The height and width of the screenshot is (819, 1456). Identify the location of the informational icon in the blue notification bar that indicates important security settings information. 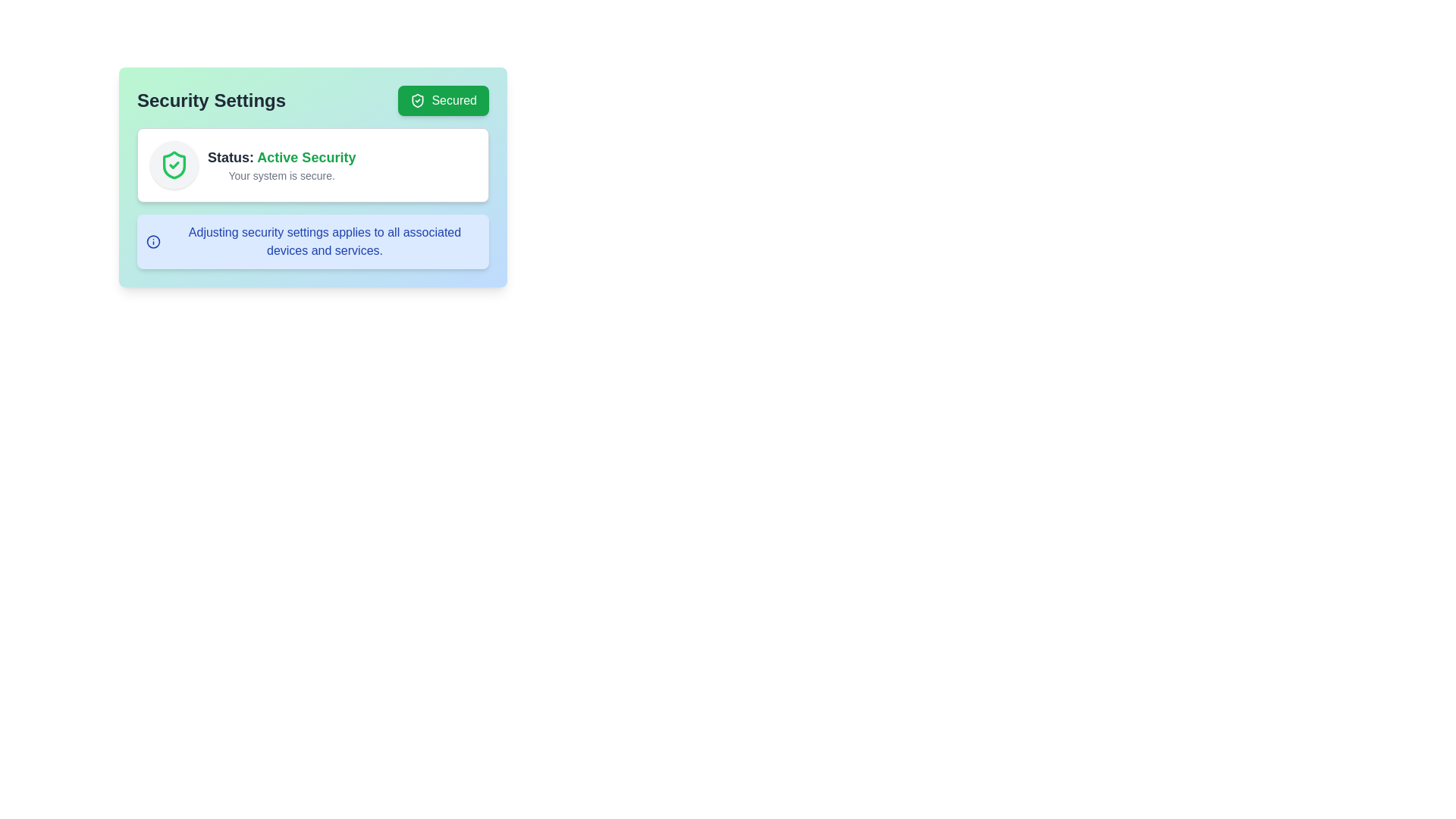
(153, 241).